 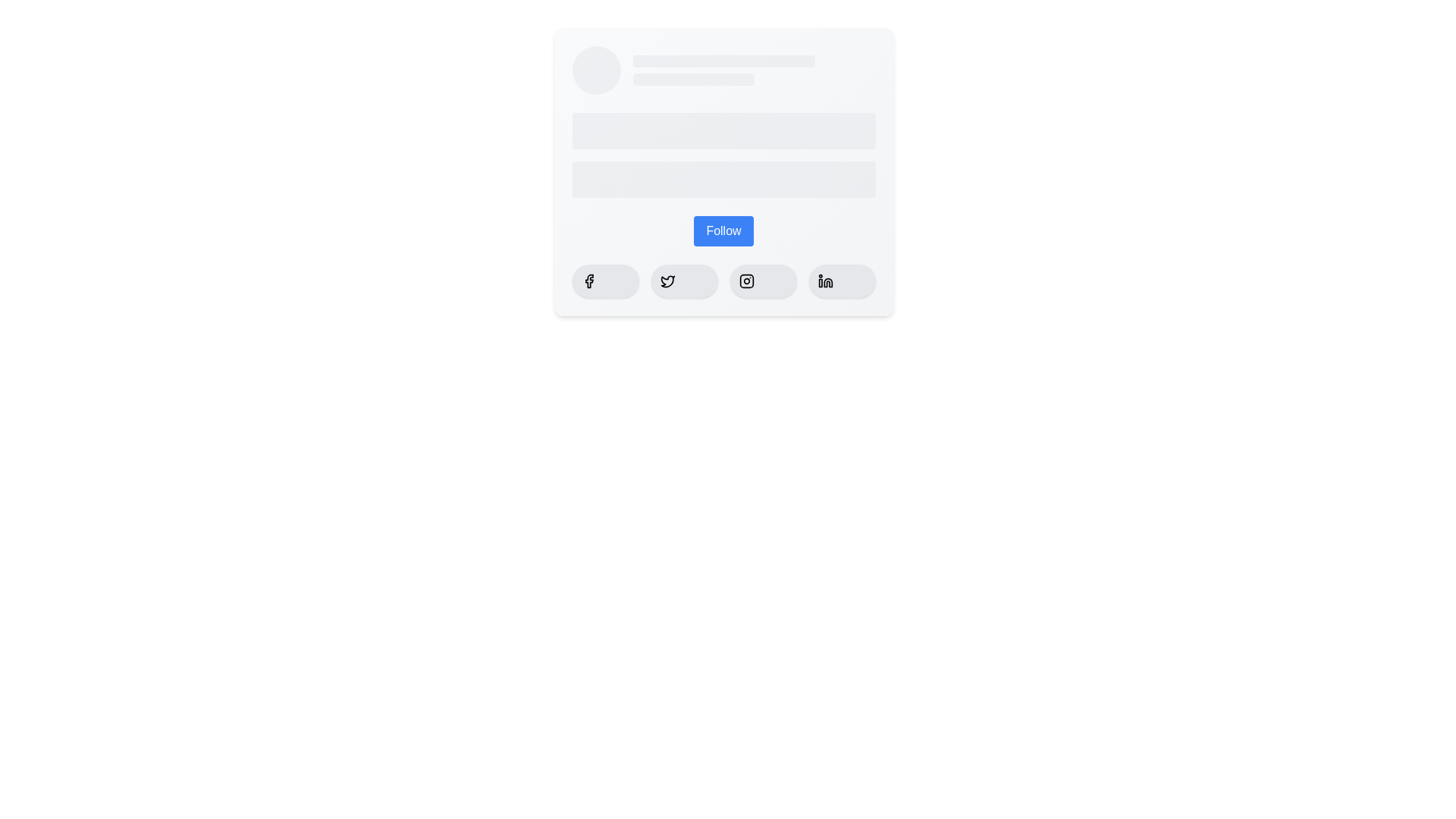 I want to click on the third icon in the horizontal row of four social media buttons, so click(x=746, y=281).